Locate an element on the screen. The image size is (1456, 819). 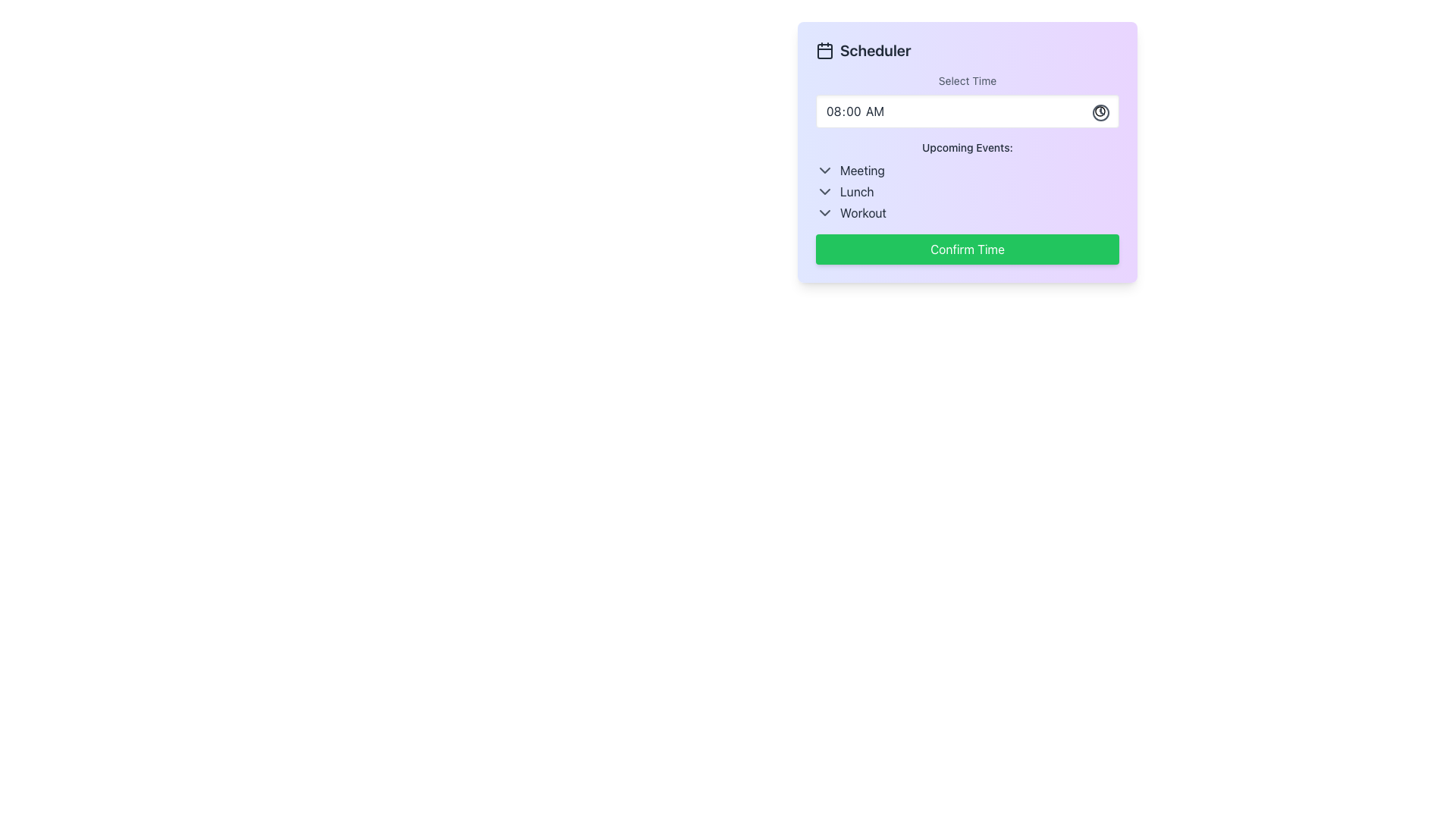
the small rectangle with rounded corners that resembles a calendar date cell, located within the calendar icon to the left of the 'Scheduler' header text is located at coordinates (824, 51).